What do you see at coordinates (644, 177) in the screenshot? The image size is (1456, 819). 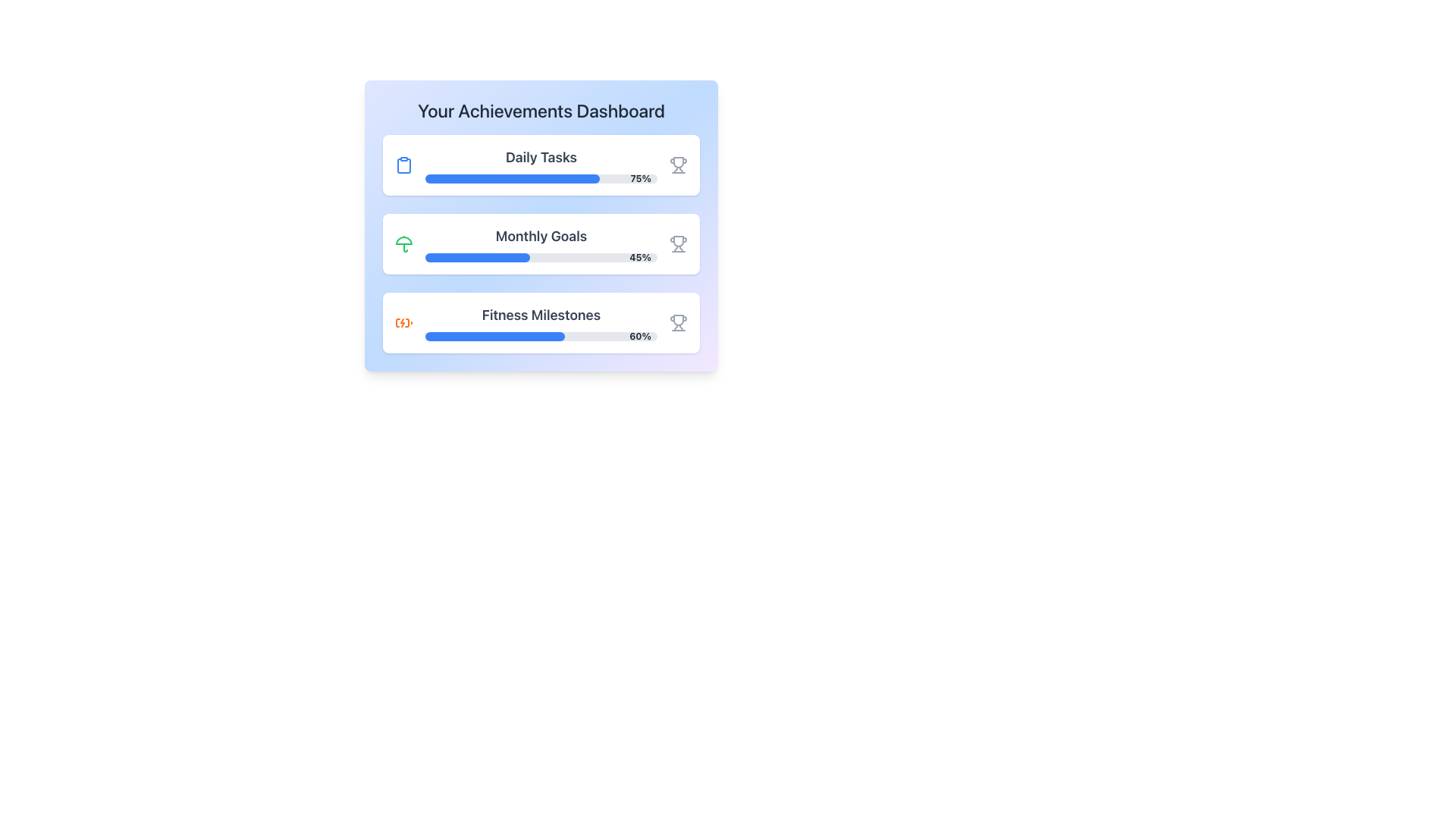 I see `the percentage label displaying '75%' in bold gray text, located on the right side of the 'Daily Tasks' progress bar in the dashboard` at bounding box center [644, 177].